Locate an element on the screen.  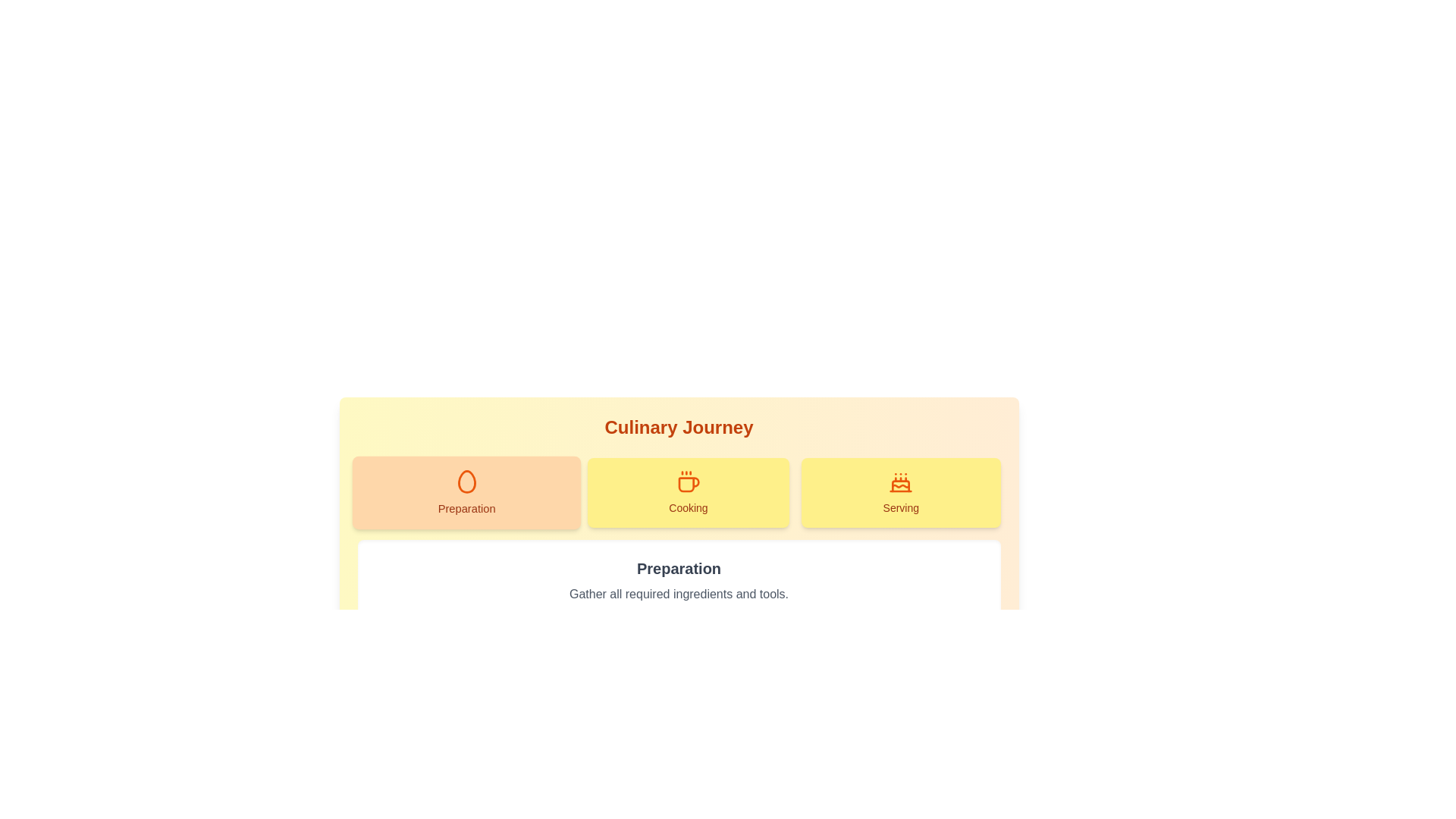
the 'Preparation' button, which is the leftmost of three horizontally arranged cards in the culinary process, to interact with it is located at coordinates (466, 493).